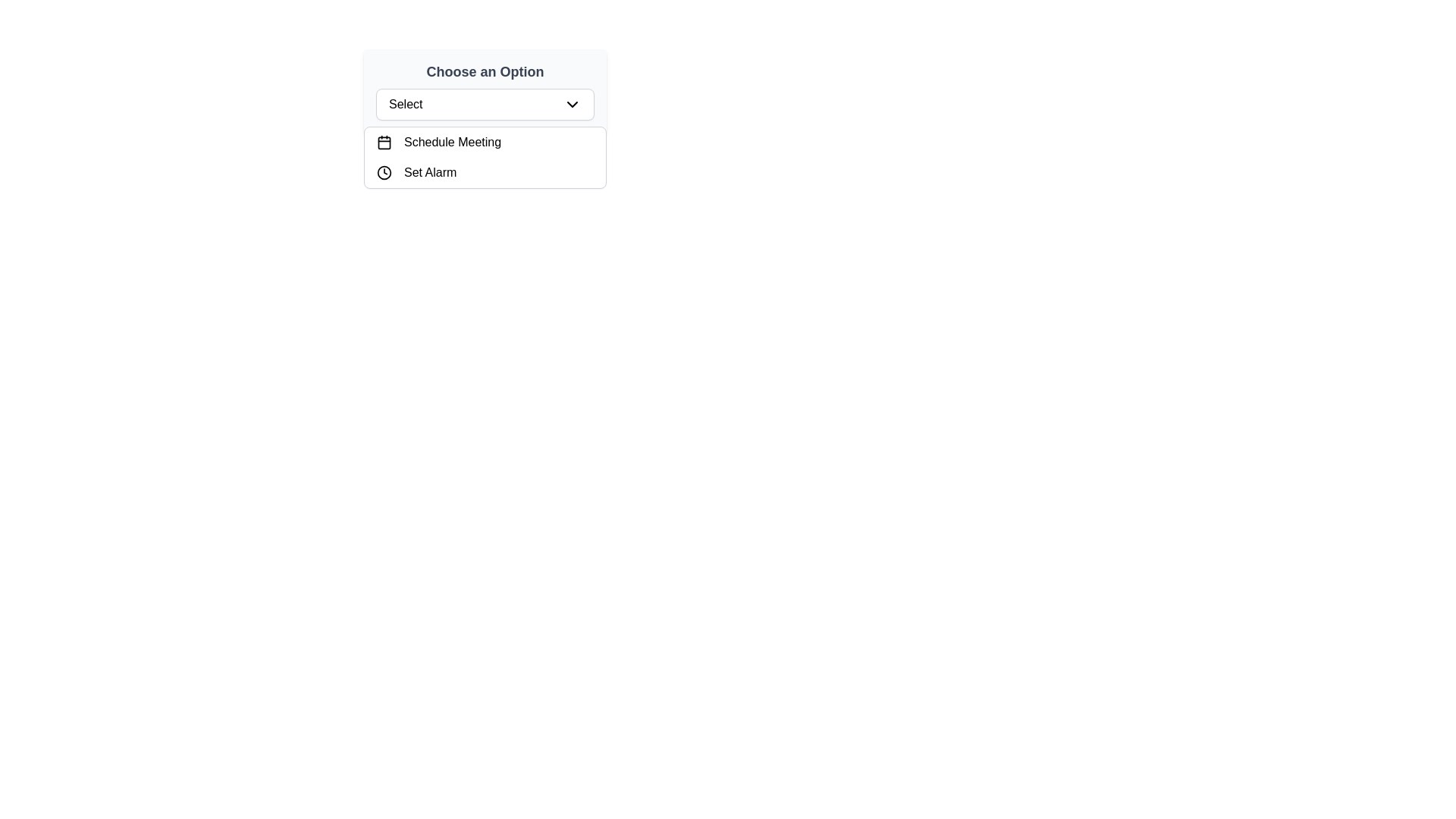 This screenshot has width=1456, height=819. Describe the element at coordinates (484, 158) in the screenshot. I see `the 'Schedule Meeting' option in the dropdown menu located beneath the 'Choose an Option' selector` at that location.